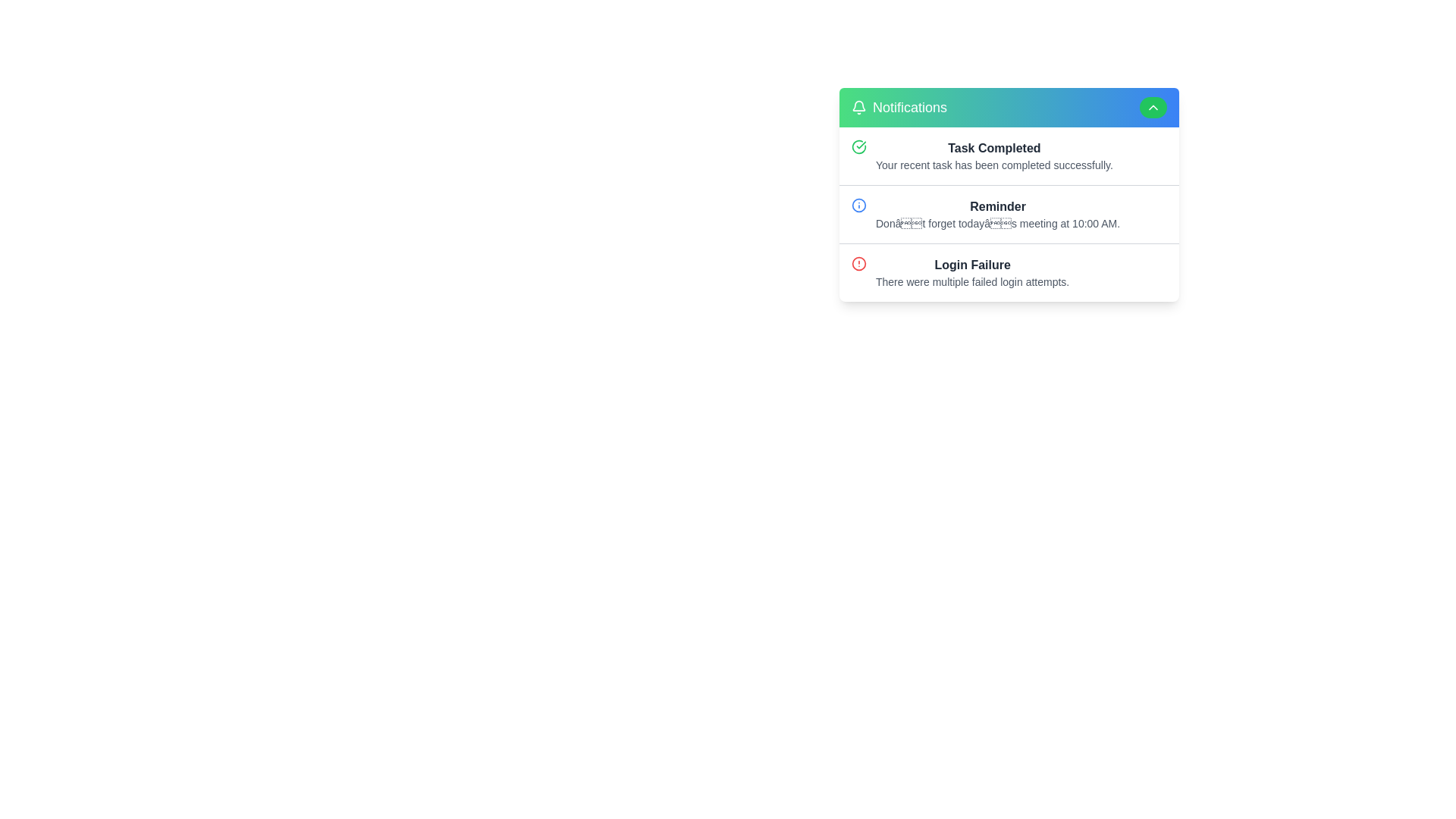  Describe the element at coordinates (858, 205) in the screenshot. I see `the informational icon in the 'Reminder' notification that indicates additional details about the meeting reminder` at that location.